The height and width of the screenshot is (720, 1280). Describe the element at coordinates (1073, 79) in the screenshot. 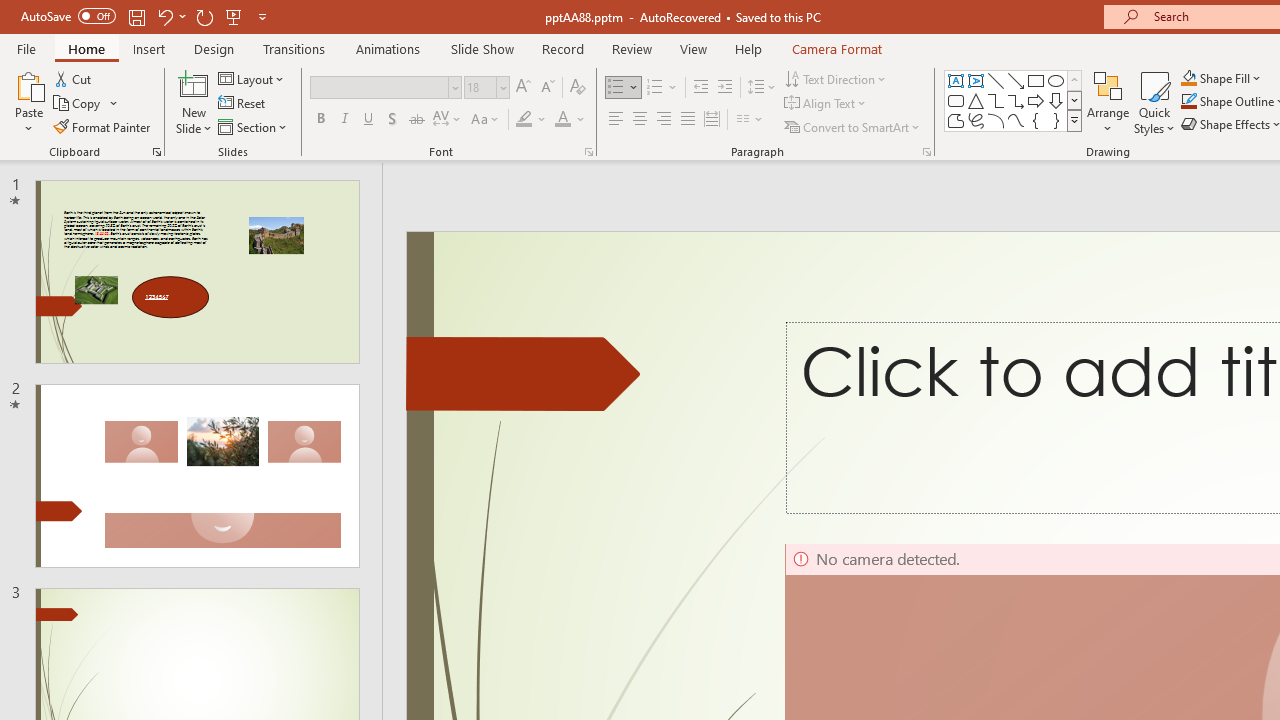

I see `'Row up'` at that location.